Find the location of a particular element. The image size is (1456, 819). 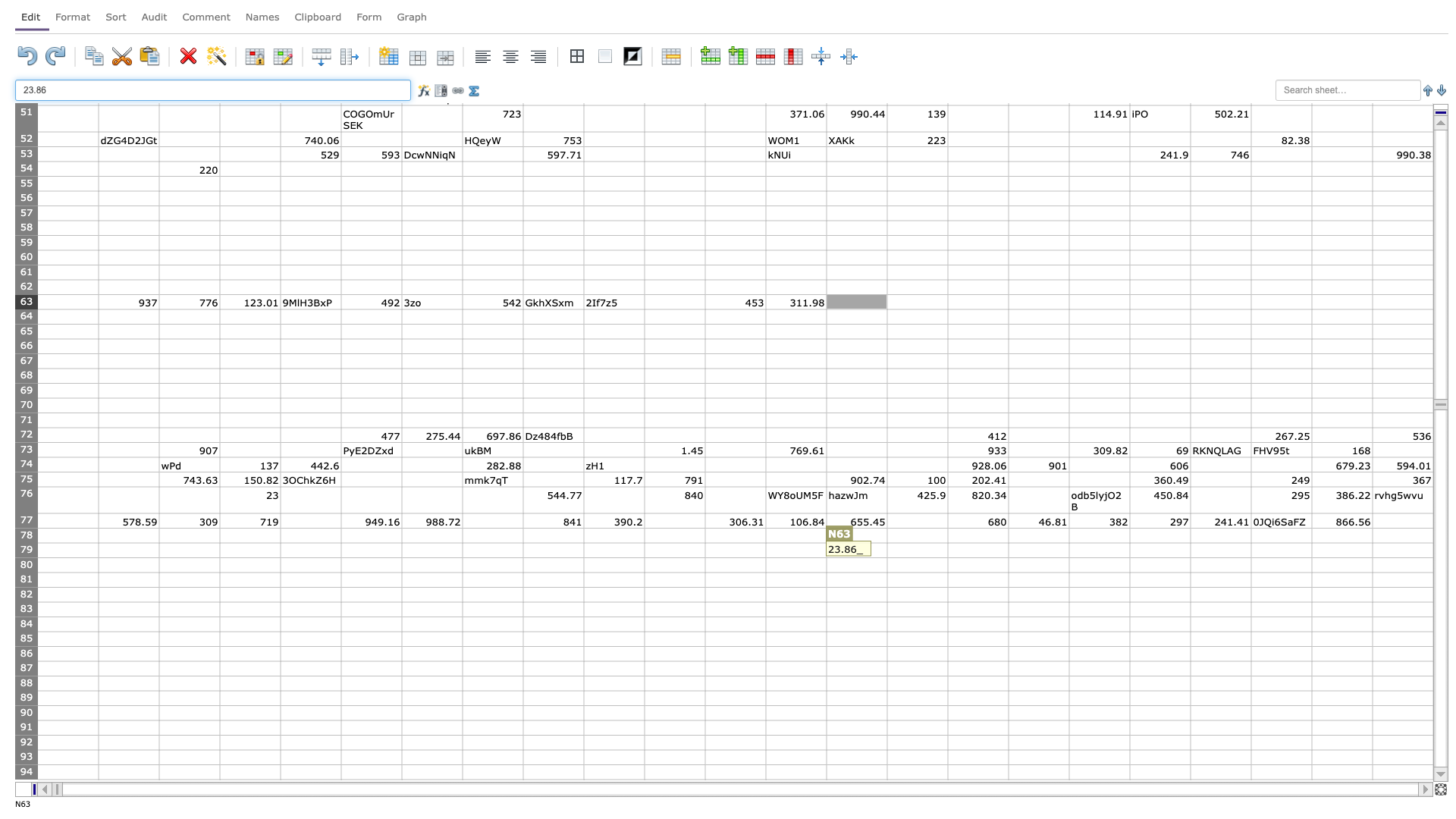

top left corner of cell O79 is located at coordinates (887, 542).